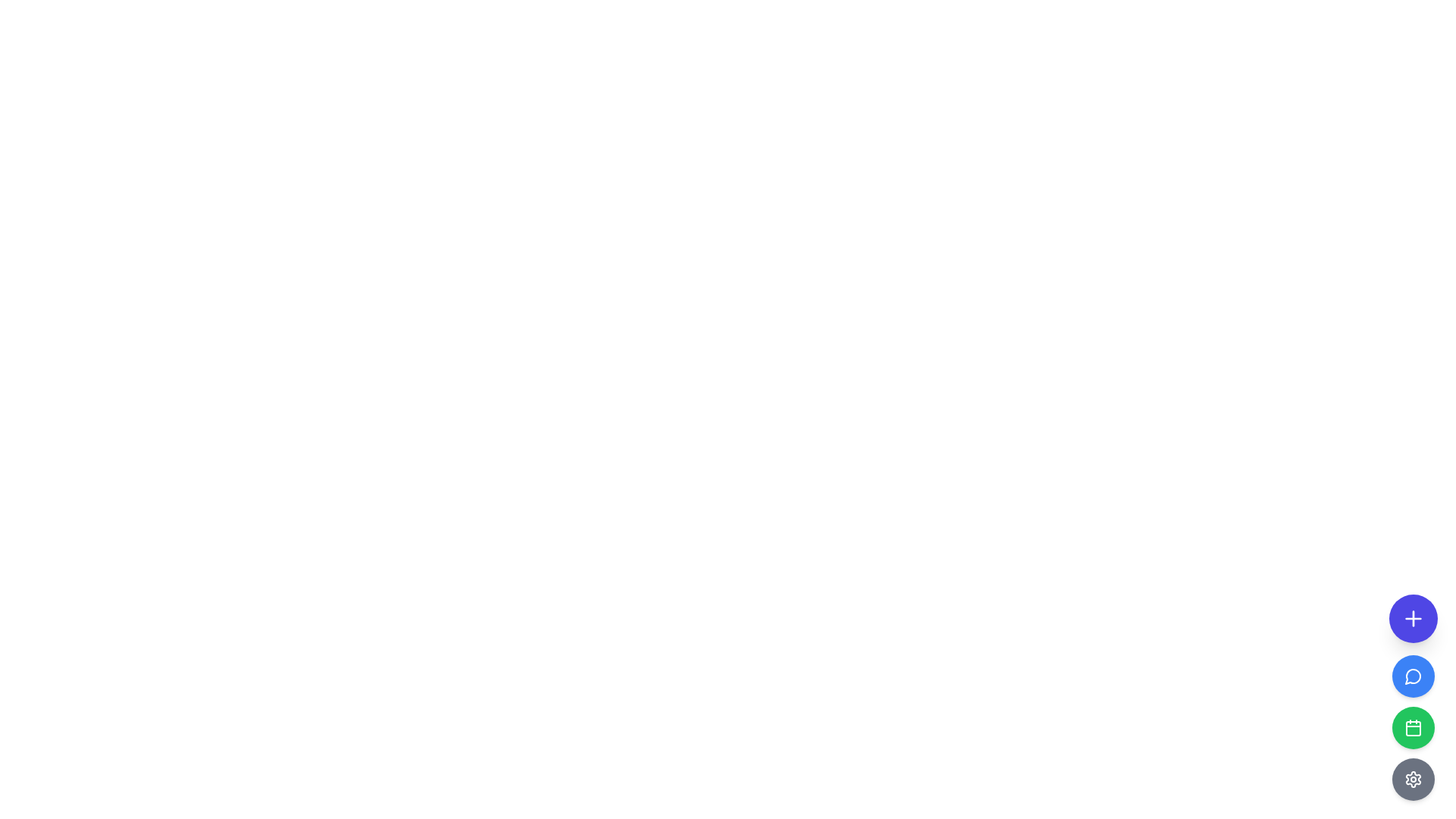 The image size is (1456, 819). I want to click on the second circular button from the top, so click(1412, 698).